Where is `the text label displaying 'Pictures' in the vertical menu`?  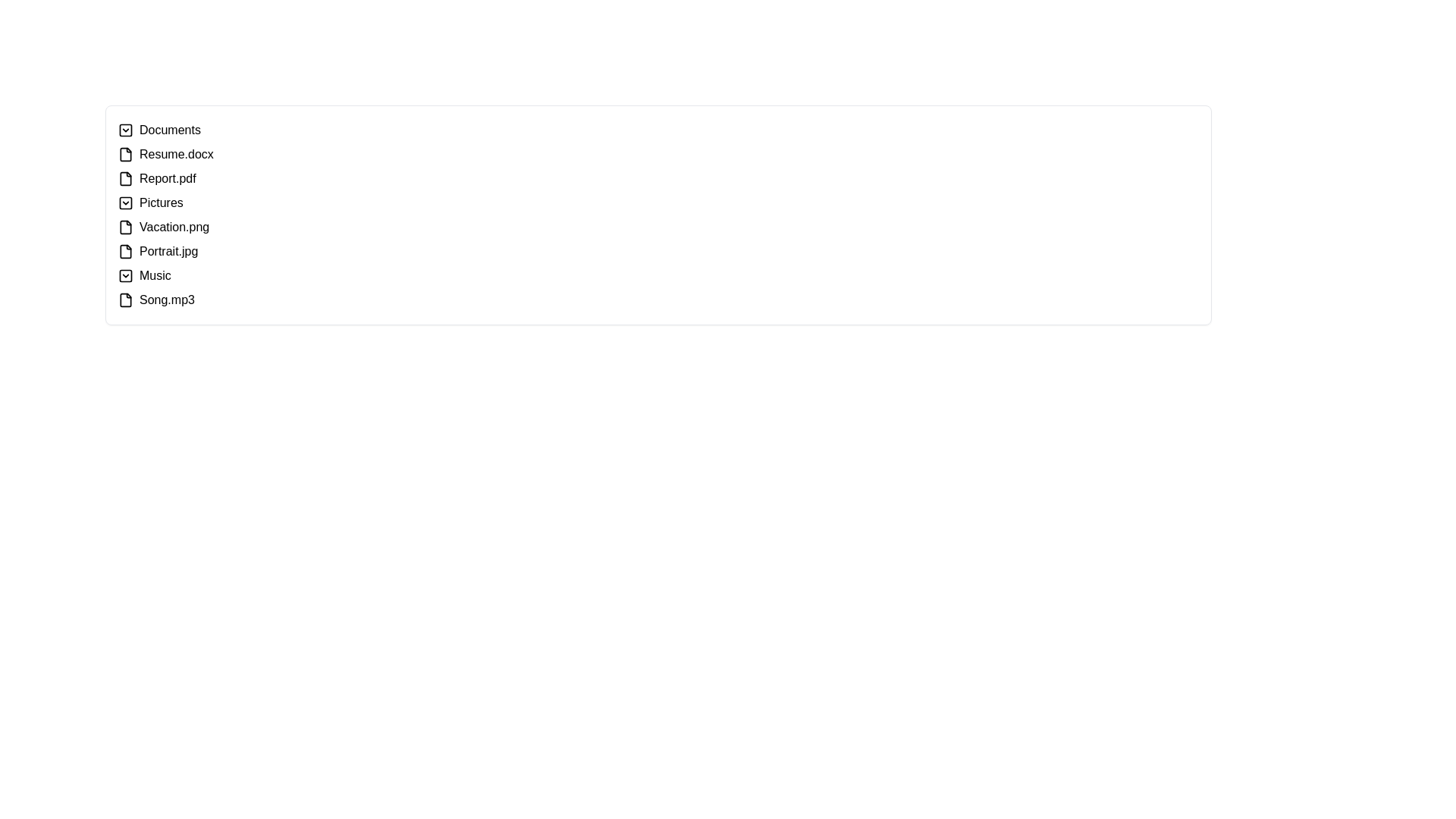
the text label displaying 'Pictures' in the vertical menu is located at coordinates (161, 202).